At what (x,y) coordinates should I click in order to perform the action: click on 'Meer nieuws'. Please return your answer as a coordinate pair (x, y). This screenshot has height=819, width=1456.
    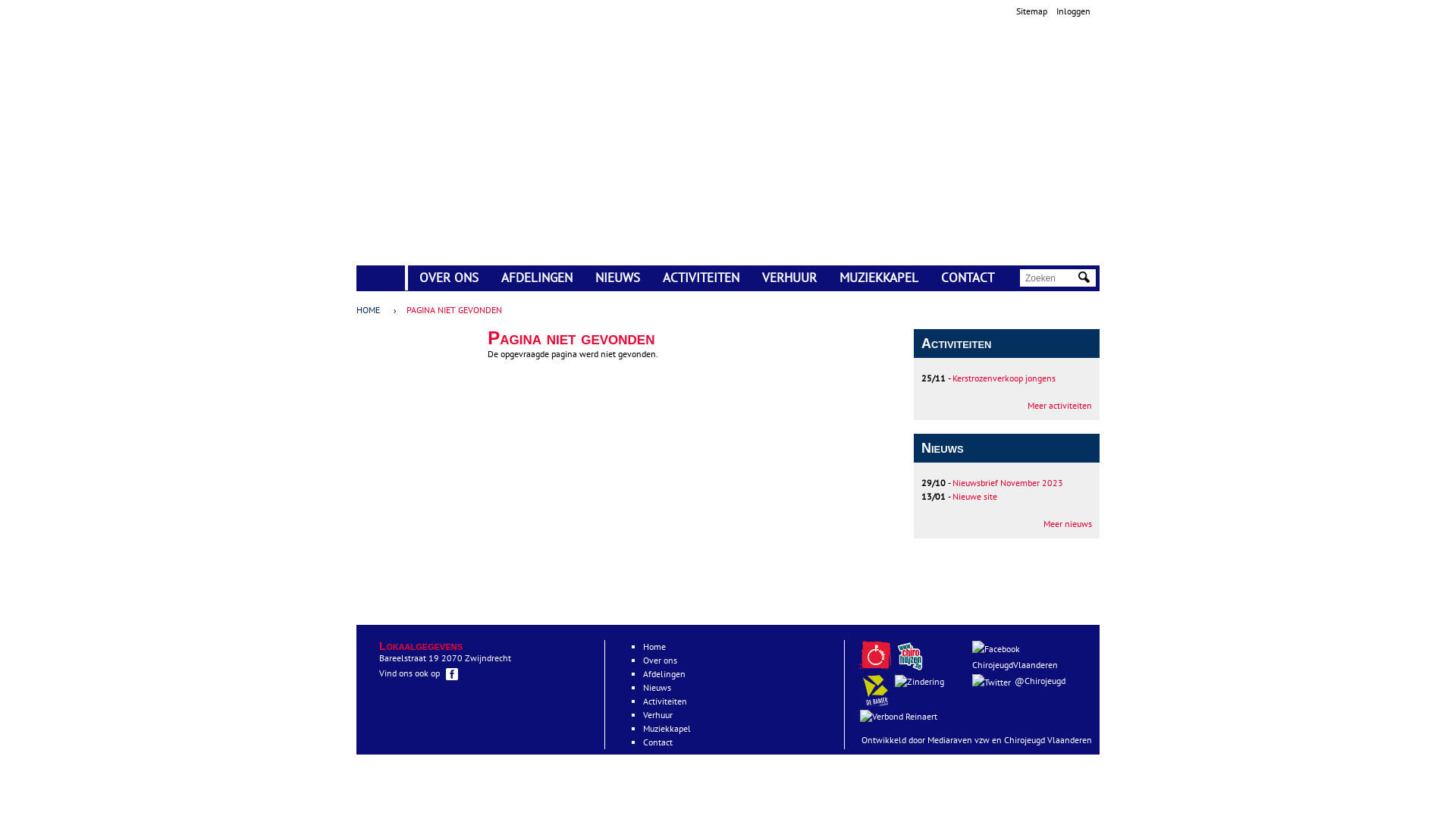
    Looking at the image, I should click on (1066, 522).